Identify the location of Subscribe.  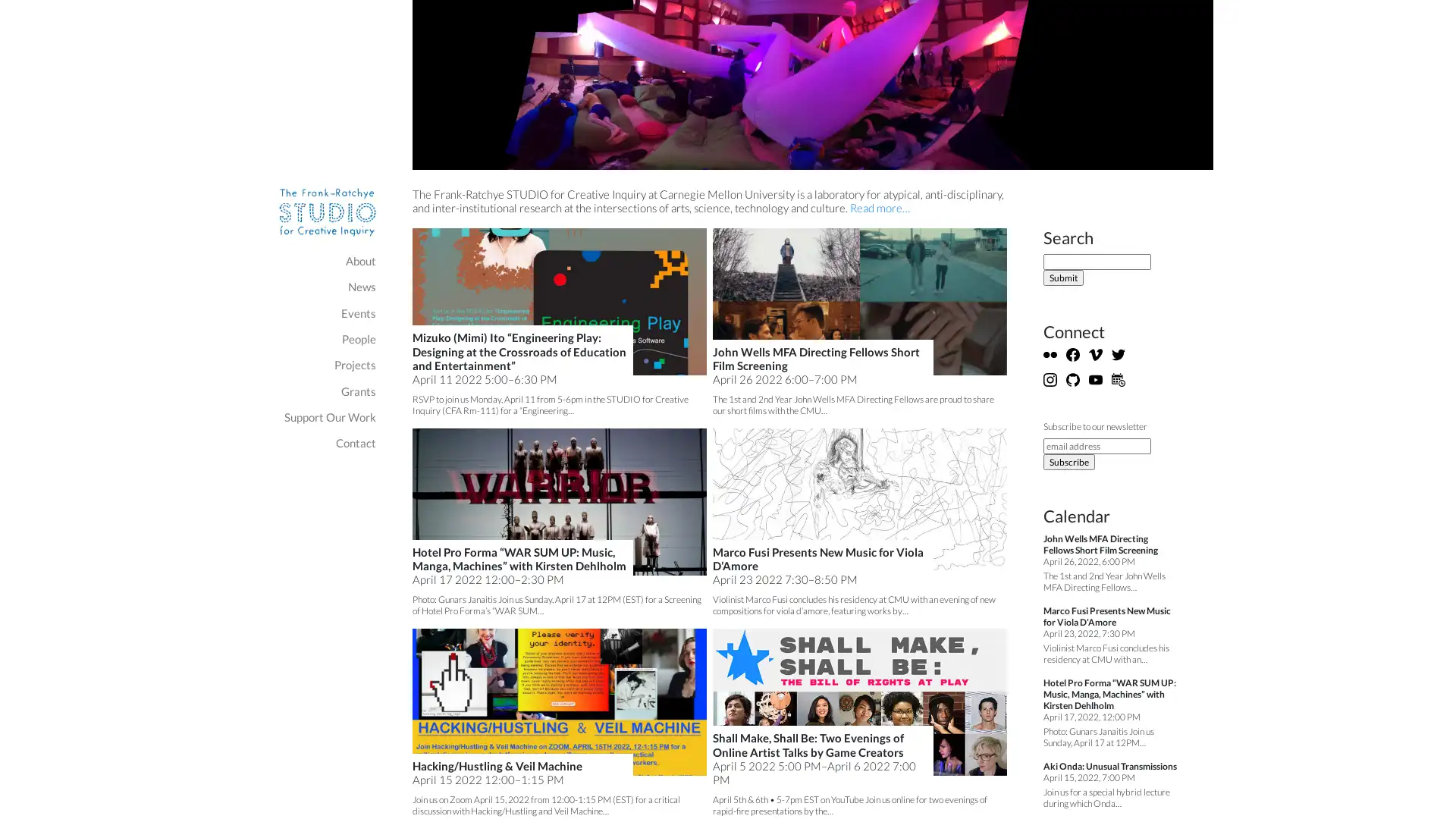
(1068, 461).